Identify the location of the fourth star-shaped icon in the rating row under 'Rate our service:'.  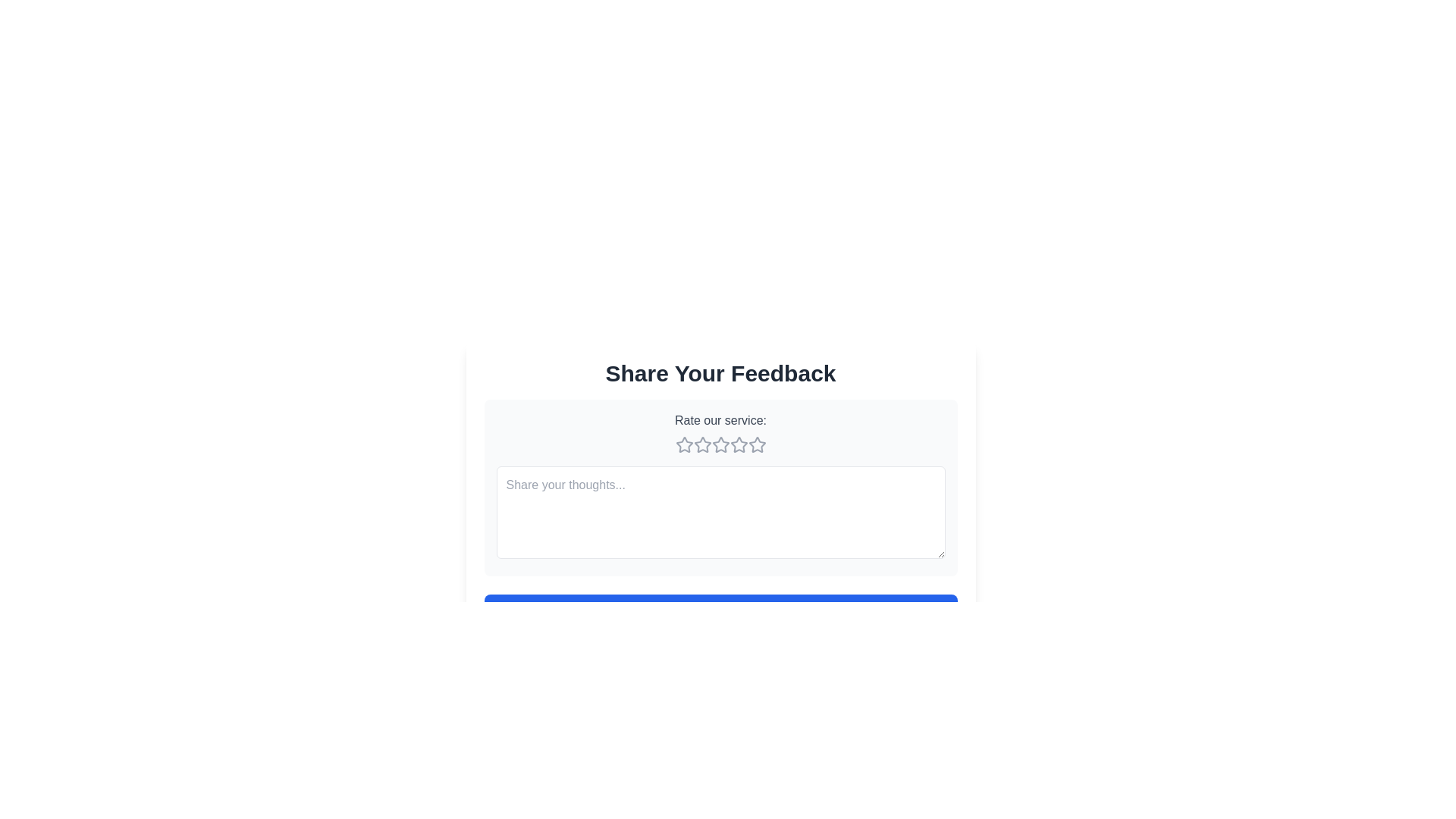
(739, 444).